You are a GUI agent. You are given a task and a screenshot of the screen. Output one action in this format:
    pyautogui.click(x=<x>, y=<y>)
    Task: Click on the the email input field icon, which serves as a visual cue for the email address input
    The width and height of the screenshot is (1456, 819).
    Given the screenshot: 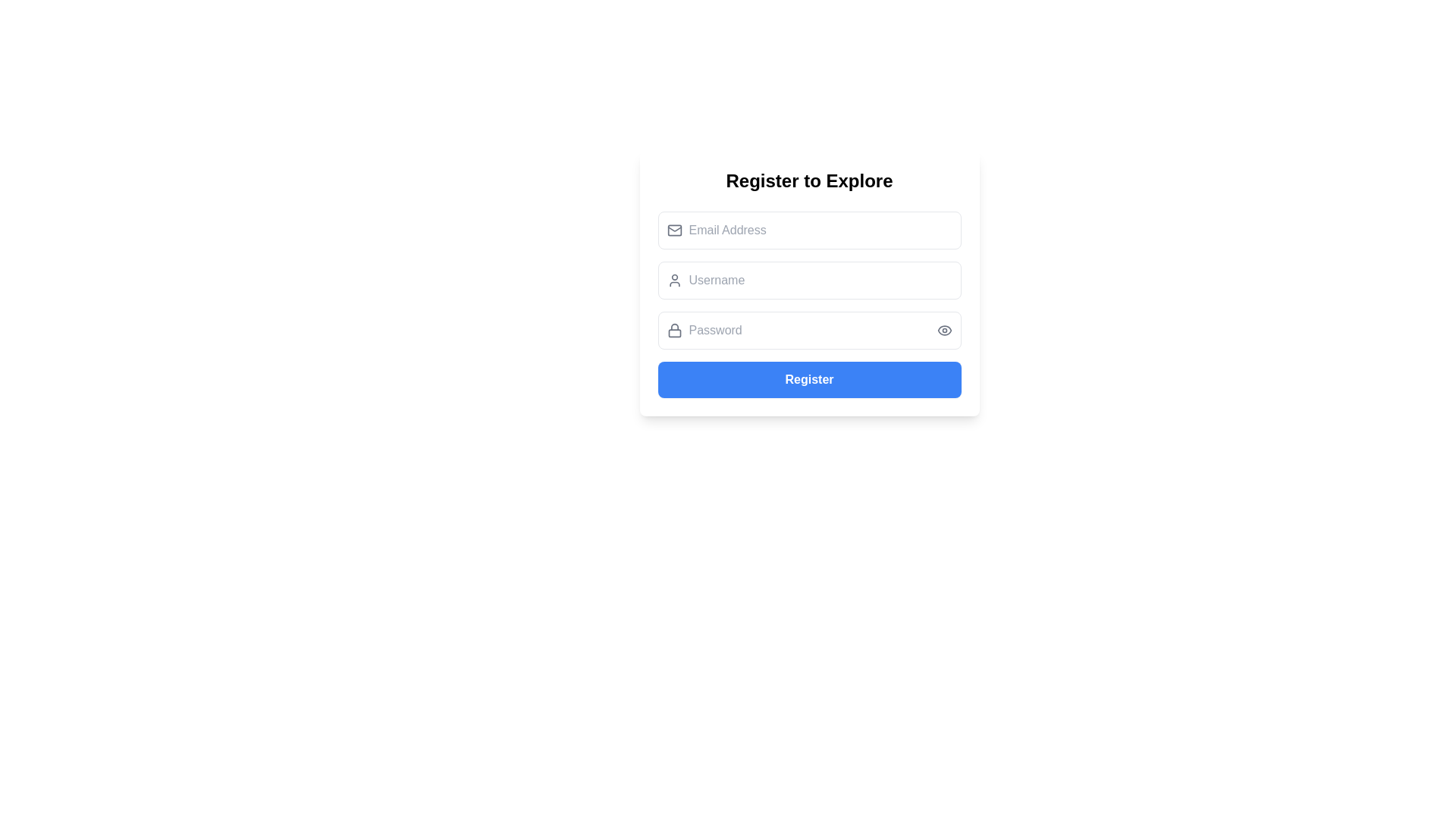 What is the action you would take?
    pyautogui.click(x=673, y=231)
    